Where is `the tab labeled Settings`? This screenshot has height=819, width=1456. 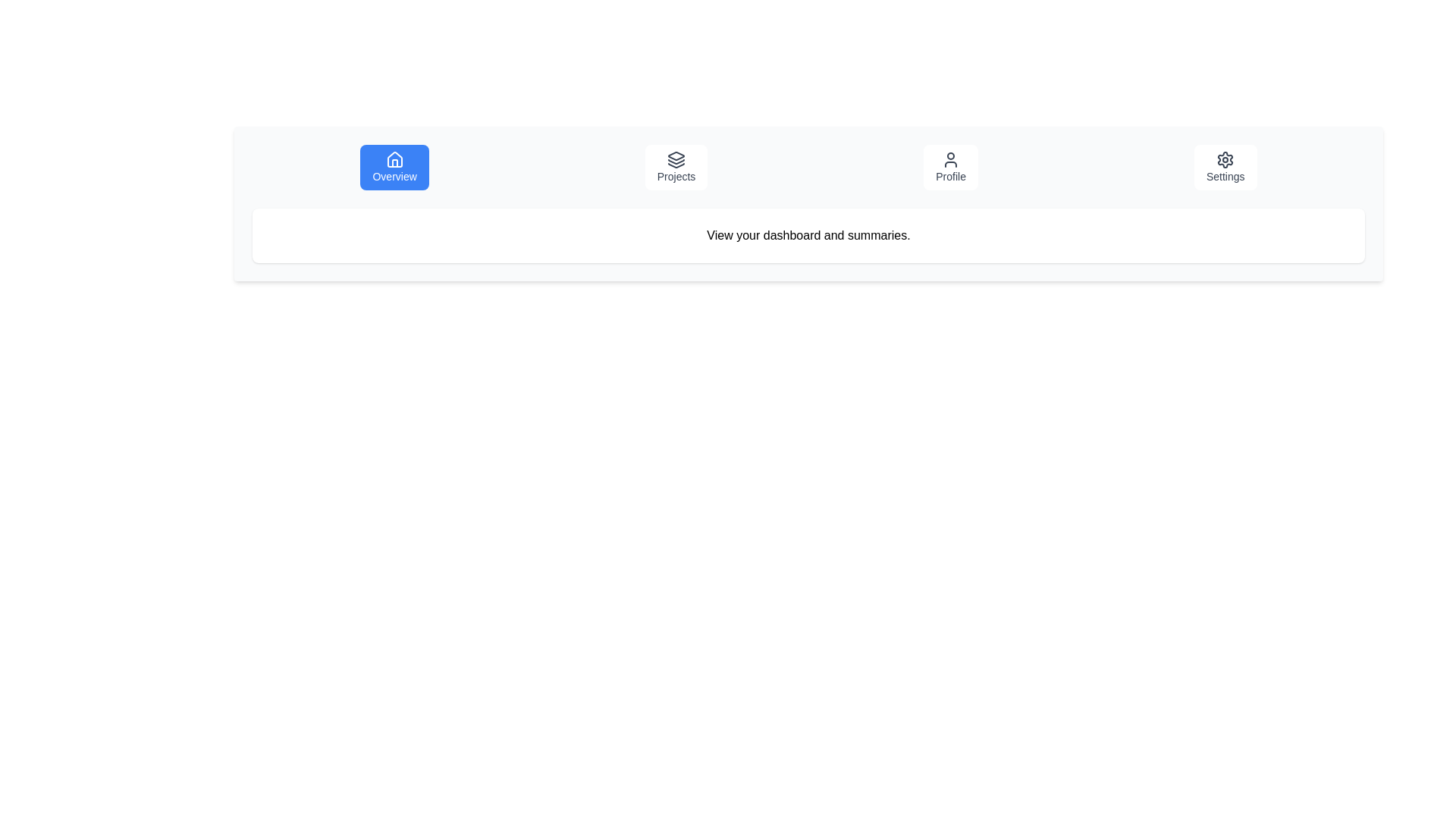 the tab labeled Settings is located at coordinates (1225, 167).